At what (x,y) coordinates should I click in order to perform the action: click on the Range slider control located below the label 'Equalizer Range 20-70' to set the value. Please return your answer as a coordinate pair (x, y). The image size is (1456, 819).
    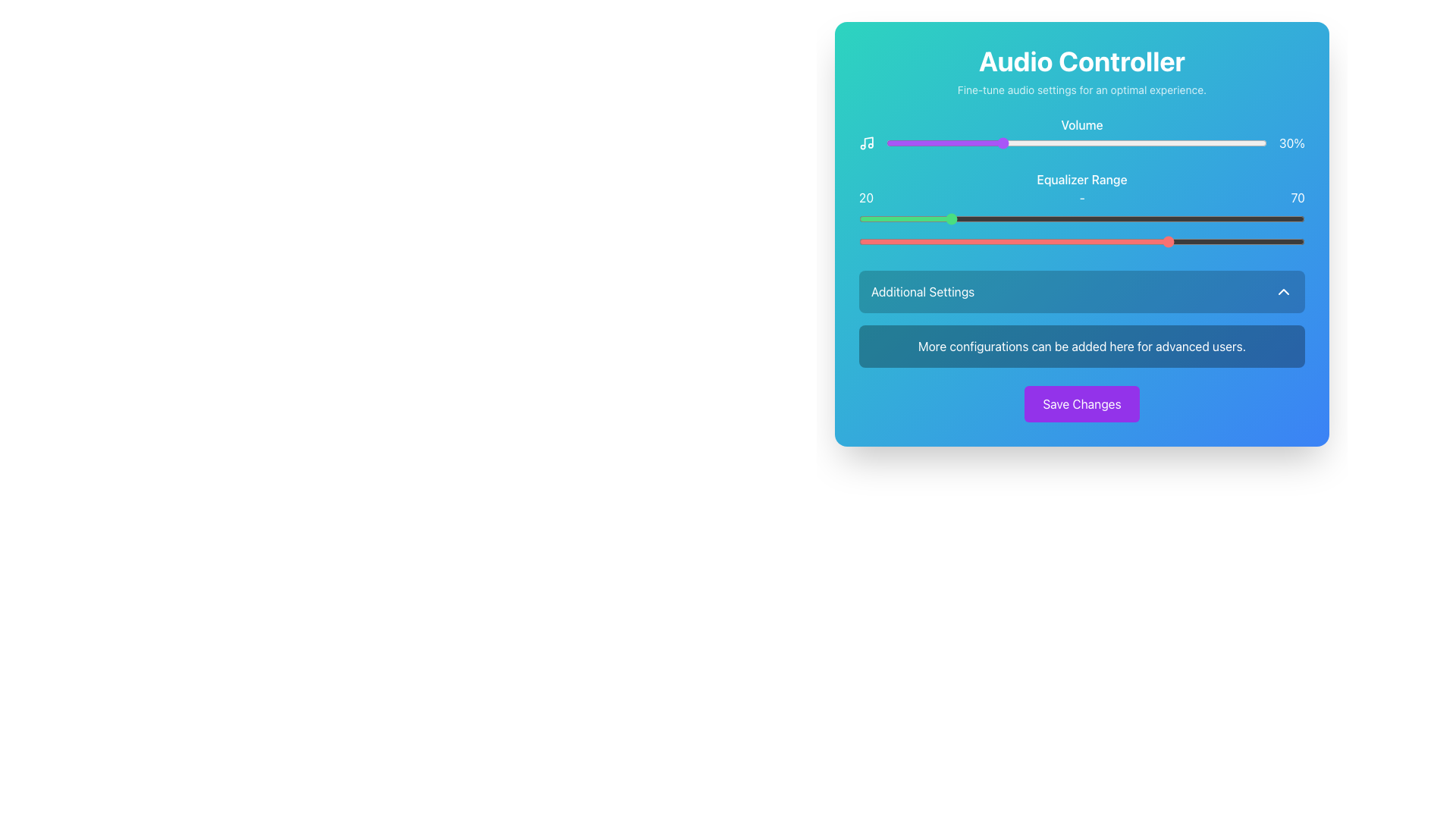
    Looking at the image, I should click on (1081, 219).